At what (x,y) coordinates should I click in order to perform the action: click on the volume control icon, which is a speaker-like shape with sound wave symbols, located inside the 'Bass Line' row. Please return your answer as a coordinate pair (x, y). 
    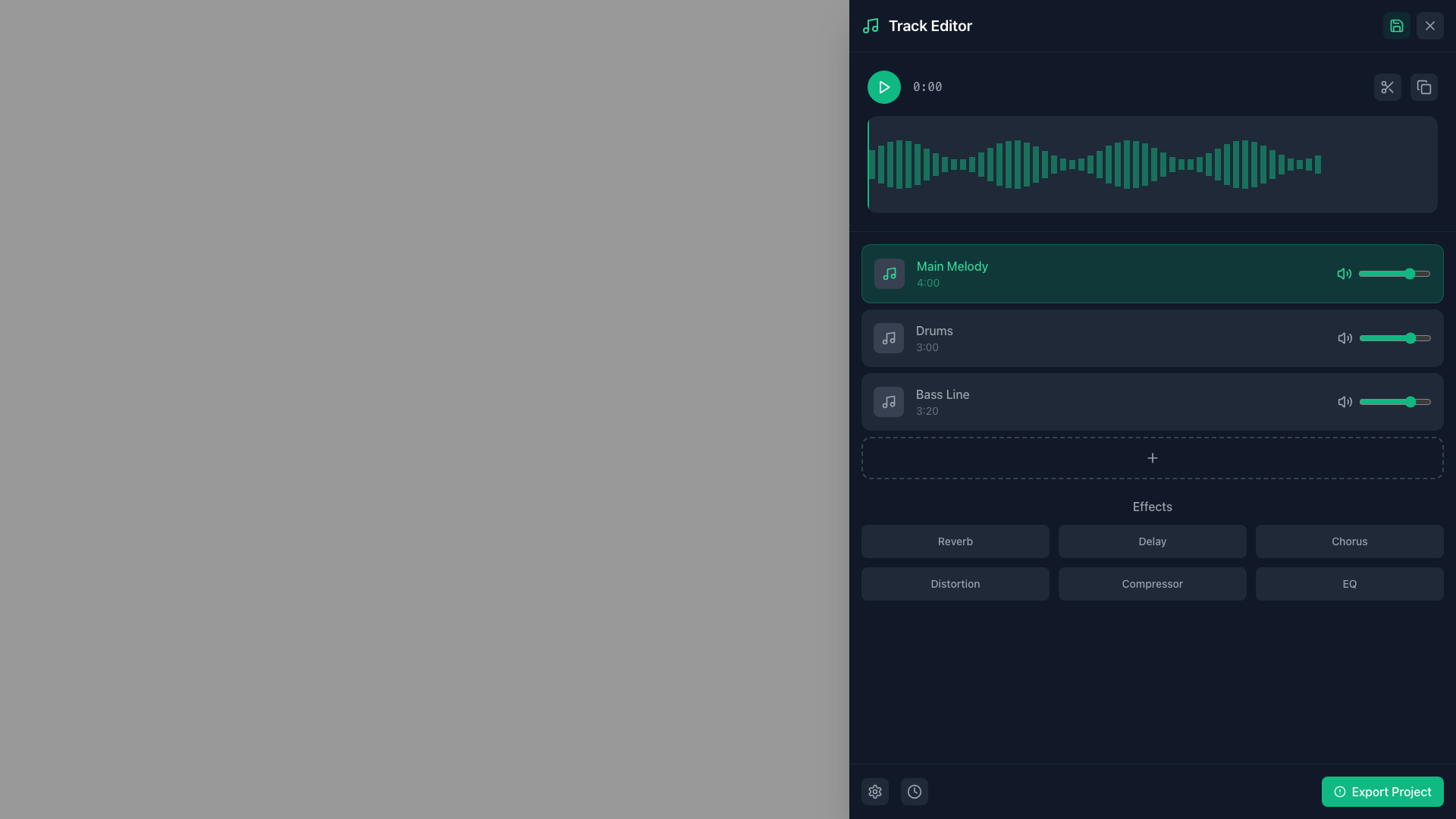
    Looking at the image, I should click on (1341, 400).